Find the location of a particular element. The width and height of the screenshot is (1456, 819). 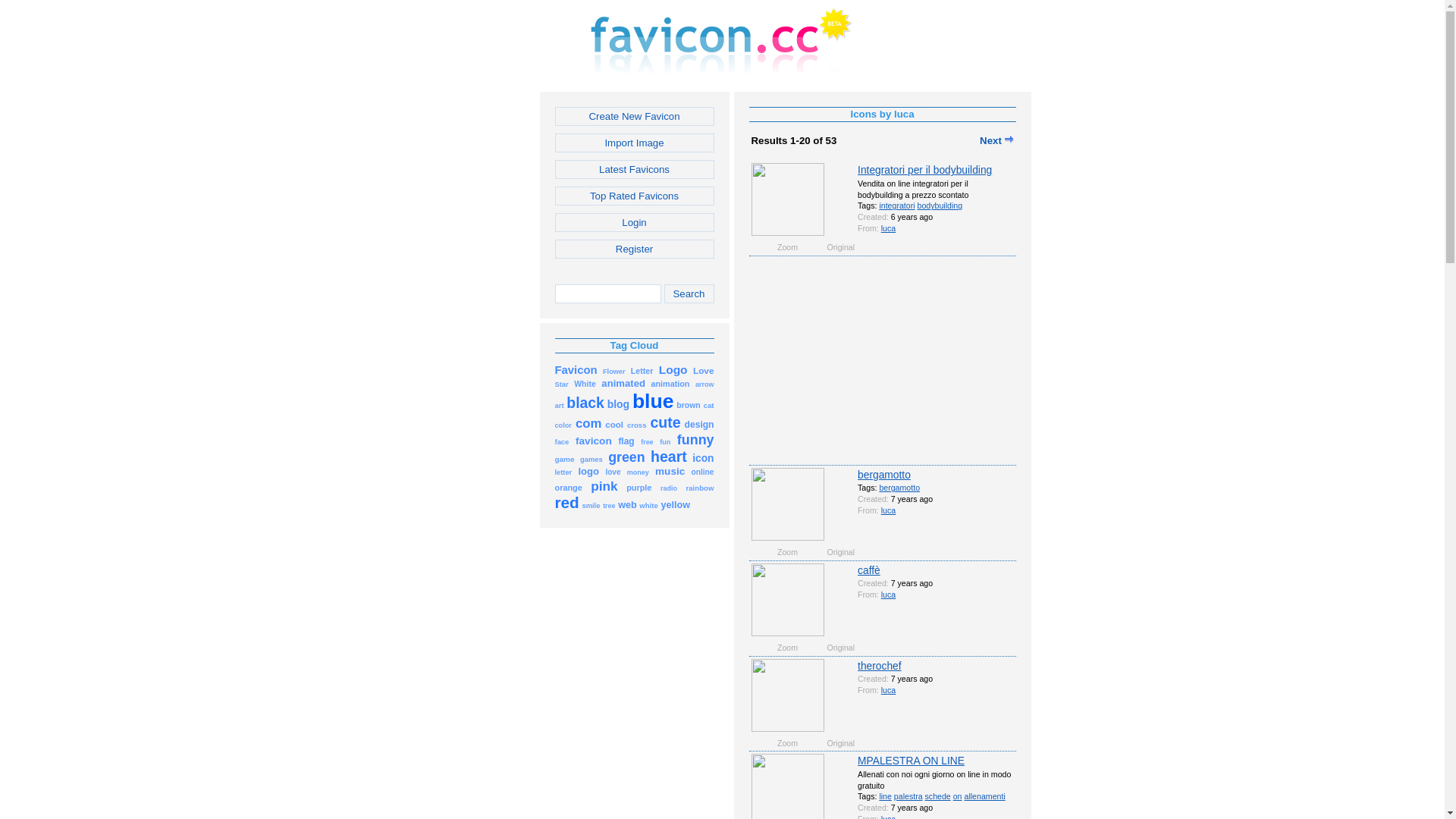

'Flower' is located at coordinates (614, 370).